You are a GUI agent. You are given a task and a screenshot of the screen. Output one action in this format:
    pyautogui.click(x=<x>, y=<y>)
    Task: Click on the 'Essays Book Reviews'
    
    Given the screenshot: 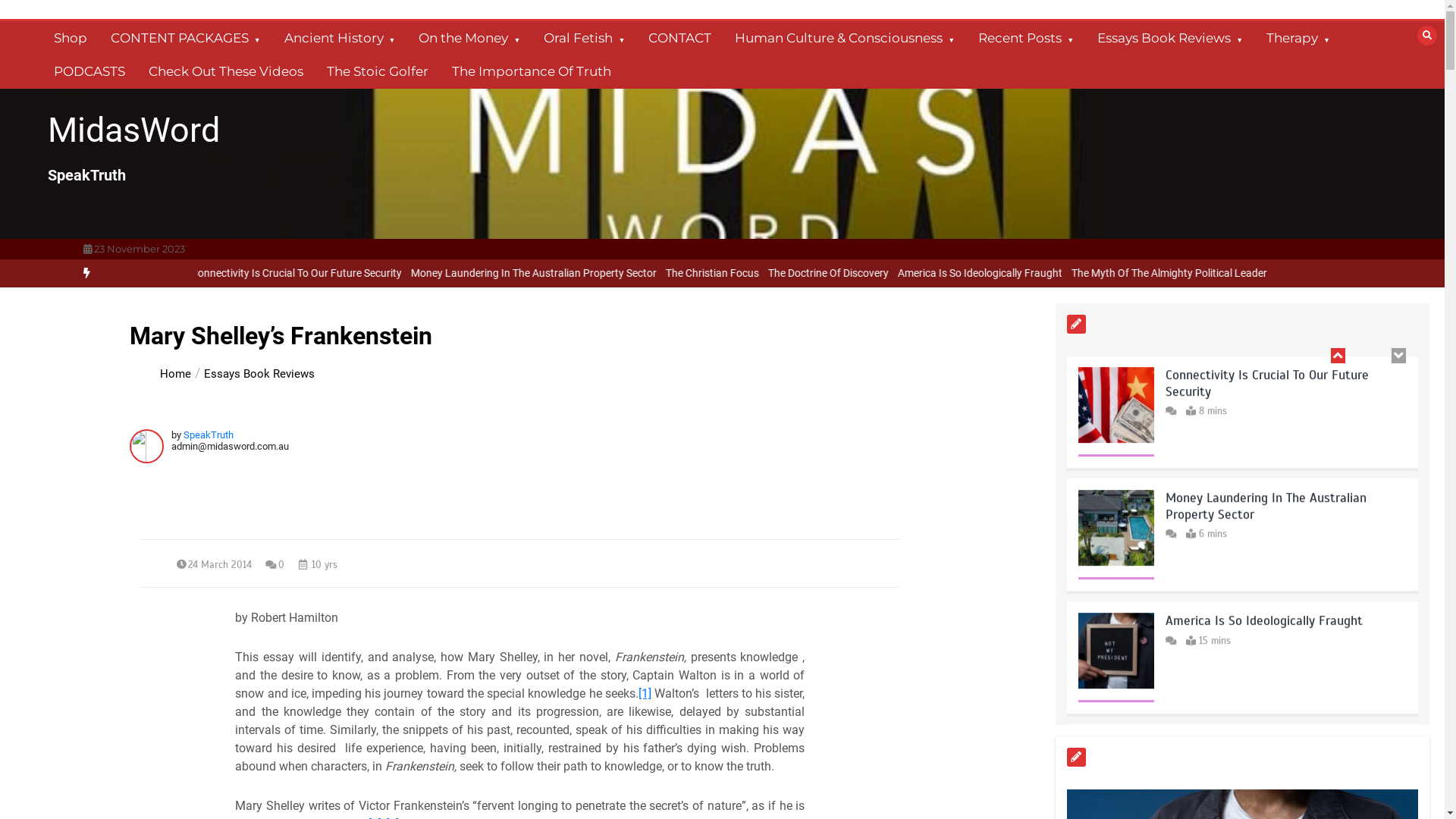 What is the action you would take?
    pyautogui.click(x=1169, y=37)
    